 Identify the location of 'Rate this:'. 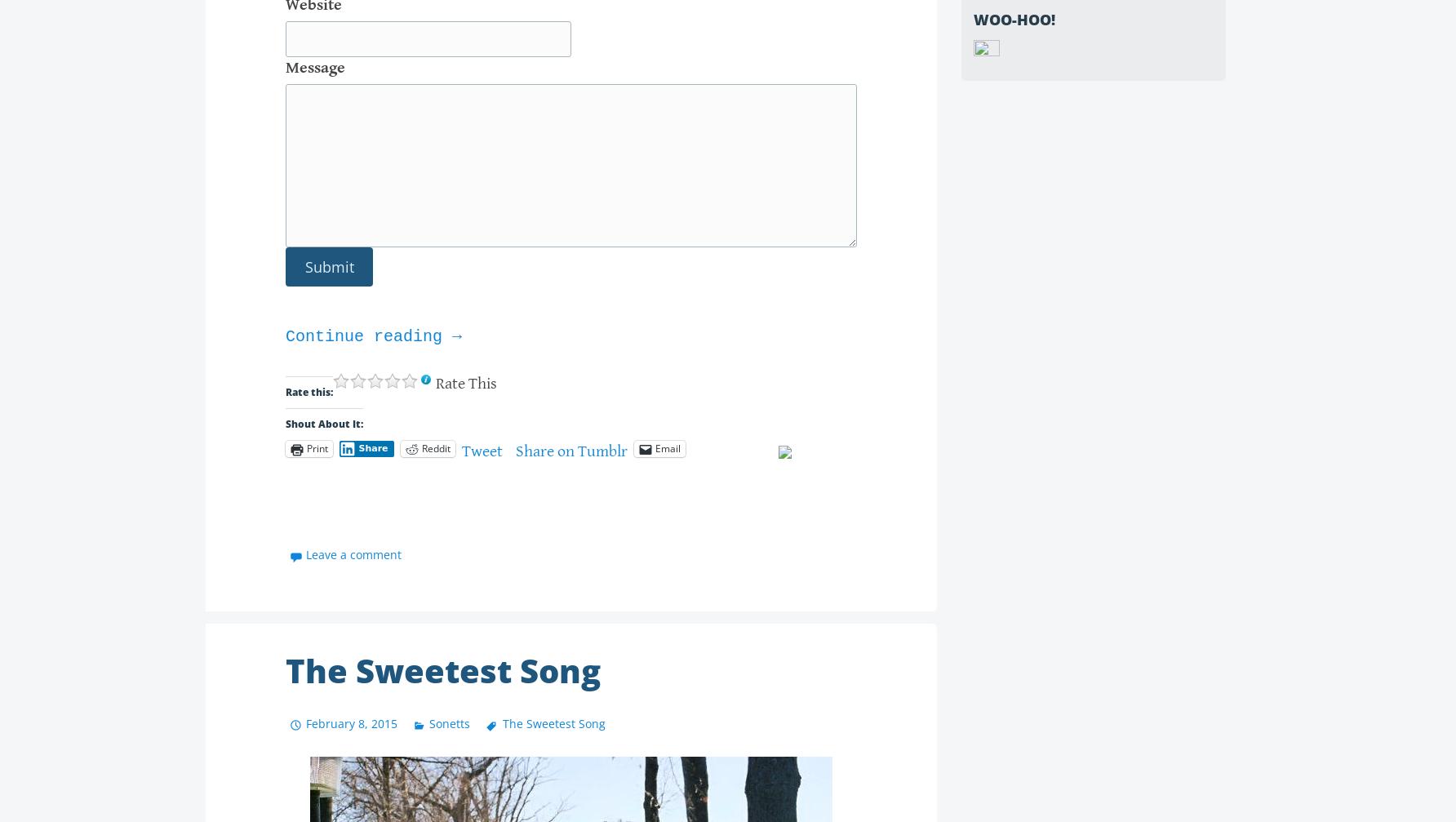
(308, 391).